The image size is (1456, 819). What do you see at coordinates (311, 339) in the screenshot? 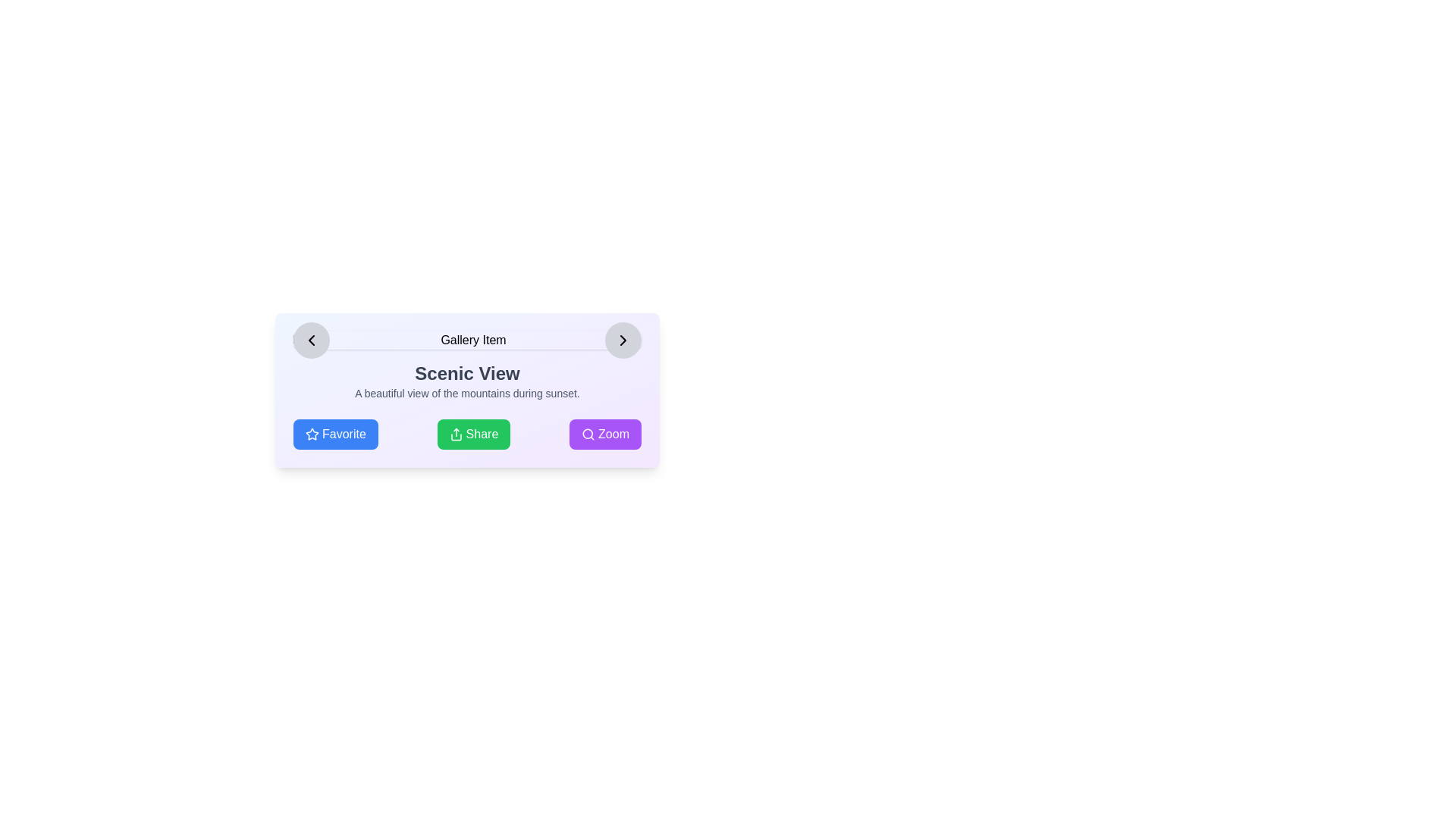
I see `the left-facing chevron icon located within the circular button on the left of the gallery item's header` at bounding box center [311, 339].